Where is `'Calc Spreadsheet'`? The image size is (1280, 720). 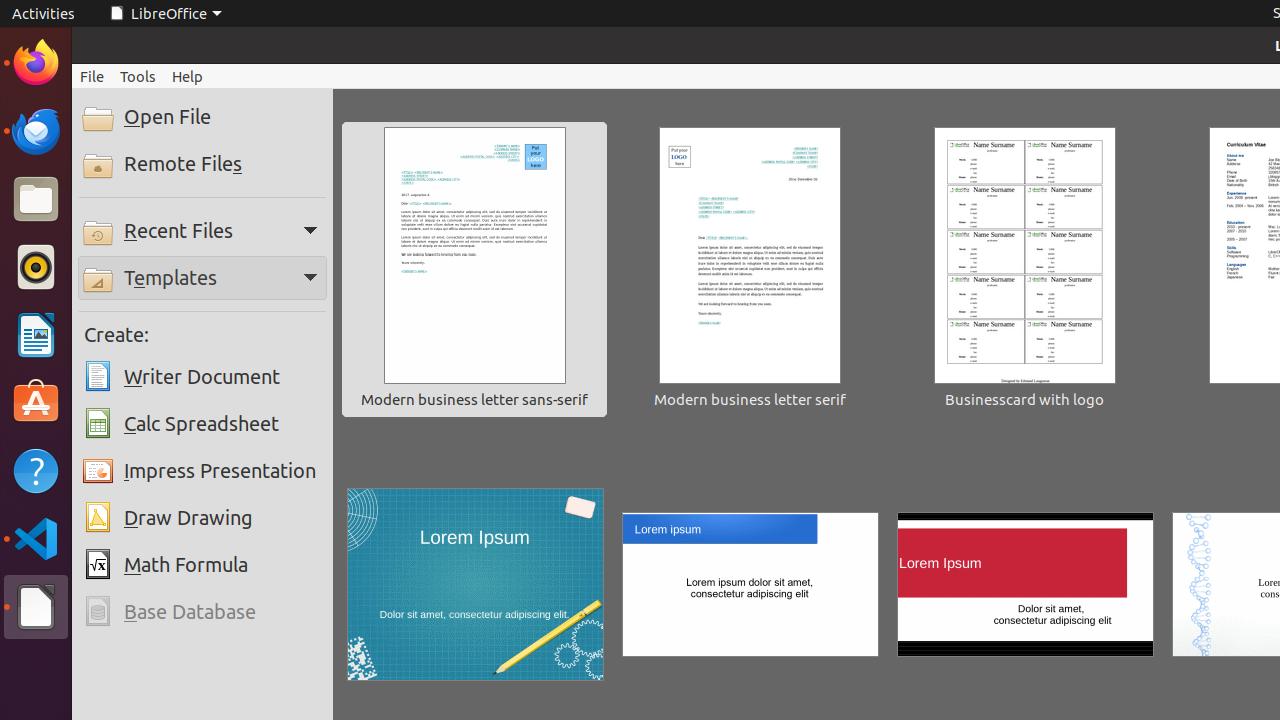
'Calc Spreadsheet' is located at coordinates (202, 423).